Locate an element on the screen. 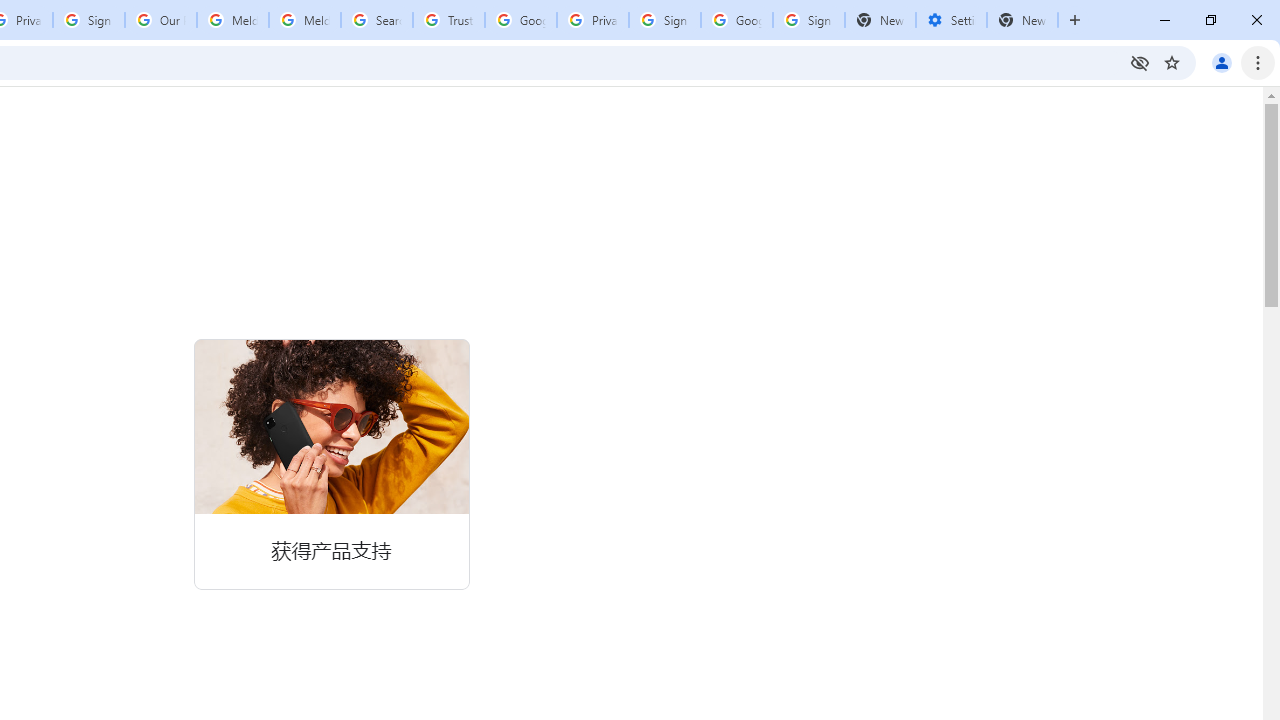 This screenshot has width=1280, height=720. 'Google Ads - Sign in' is located at coordinates (520, 20).